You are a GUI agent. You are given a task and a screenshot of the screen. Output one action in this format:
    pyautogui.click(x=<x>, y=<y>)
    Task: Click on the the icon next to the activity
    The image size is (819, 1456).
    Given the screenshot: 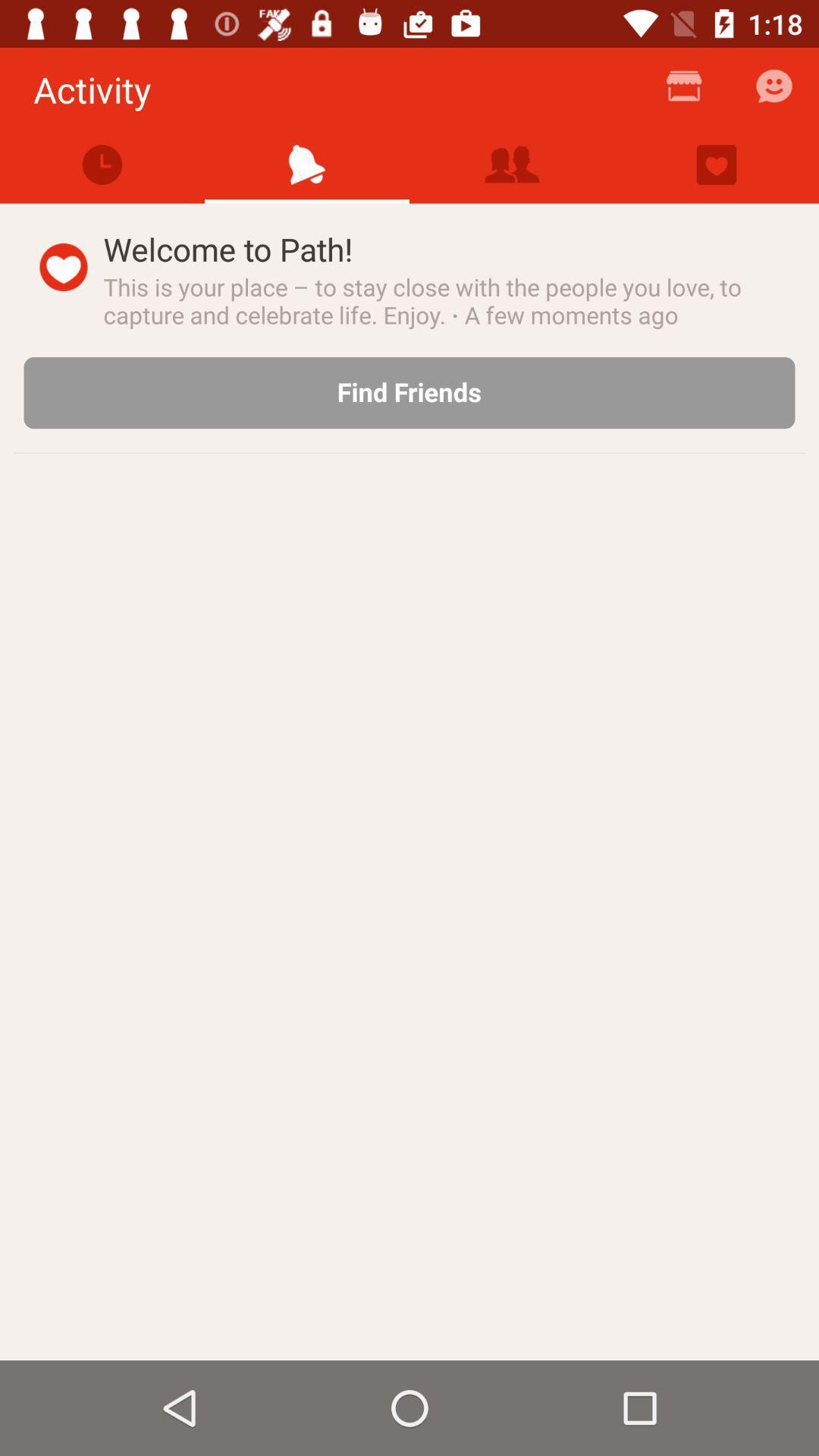 What is the action you would take?
    pyautogui.click(x=684, y=92)
    